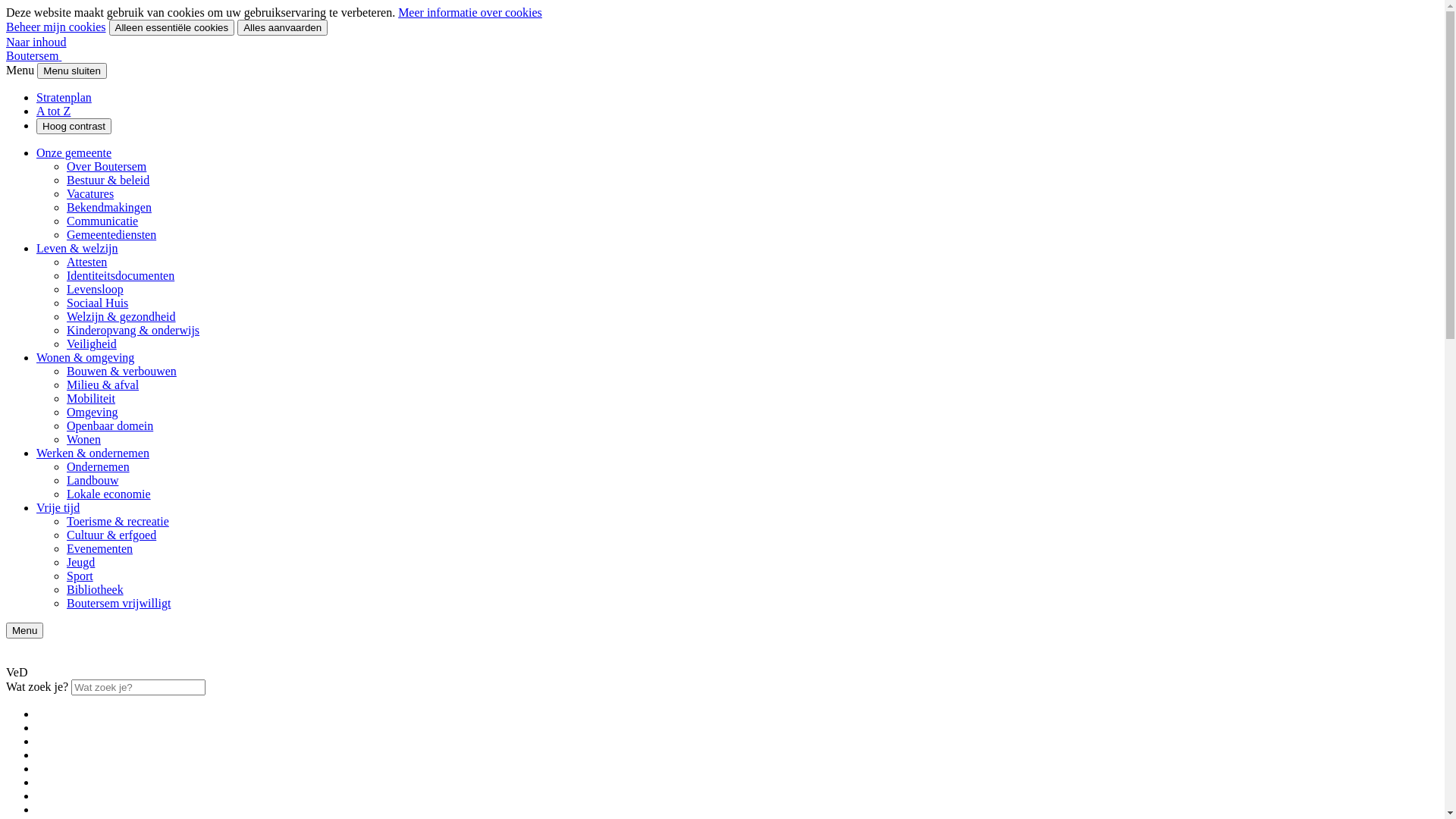 The width and height of the screenshot is (1456, 819). What do you see at coordinates (84, 357) in the screenshot?
I see `'Wonen & omgeving'` at bounding box center [84, 357].